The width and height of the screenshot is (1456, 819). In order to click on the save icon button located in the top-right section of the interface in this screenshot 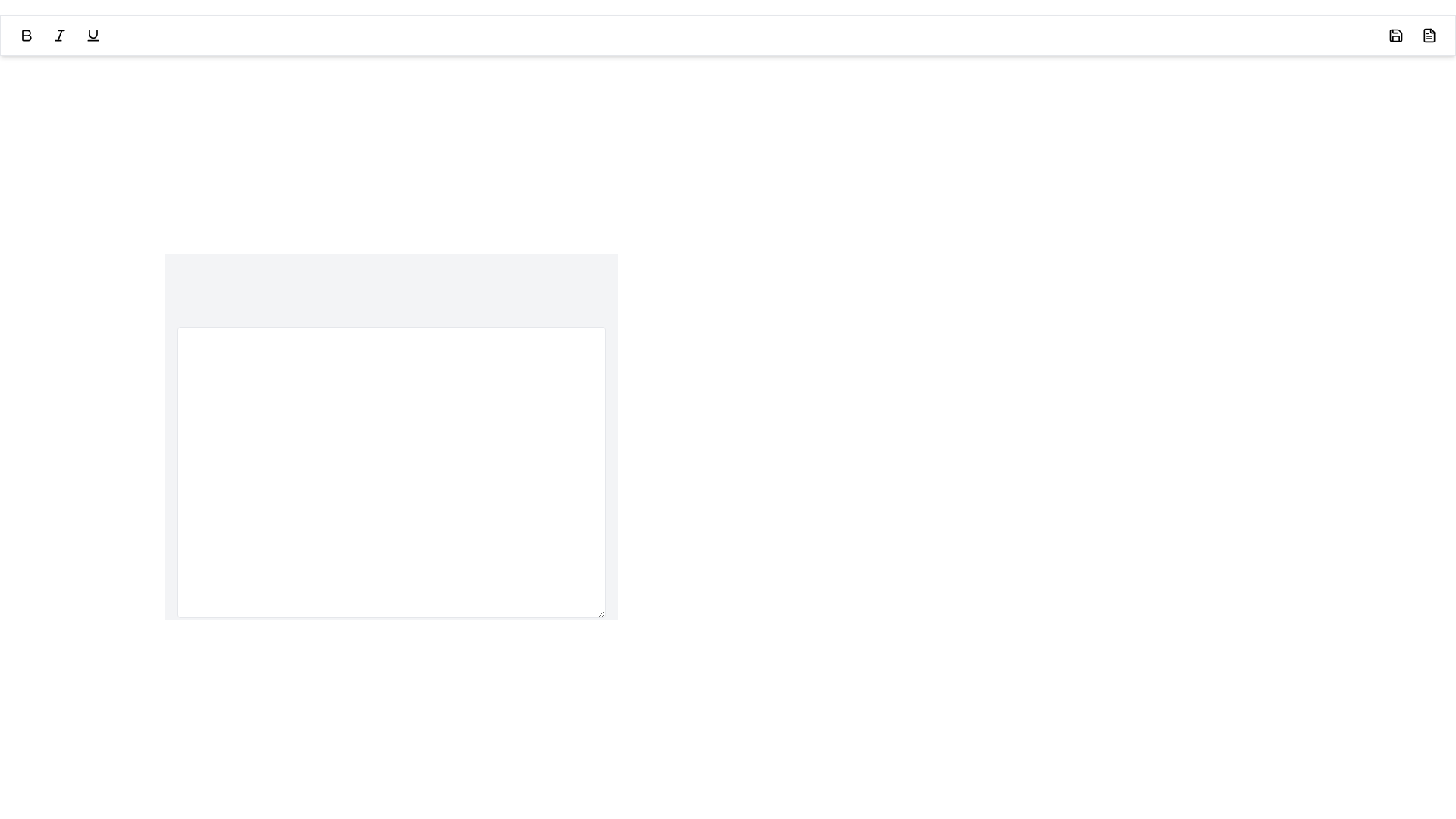, I will do `click(1395, 34)`.